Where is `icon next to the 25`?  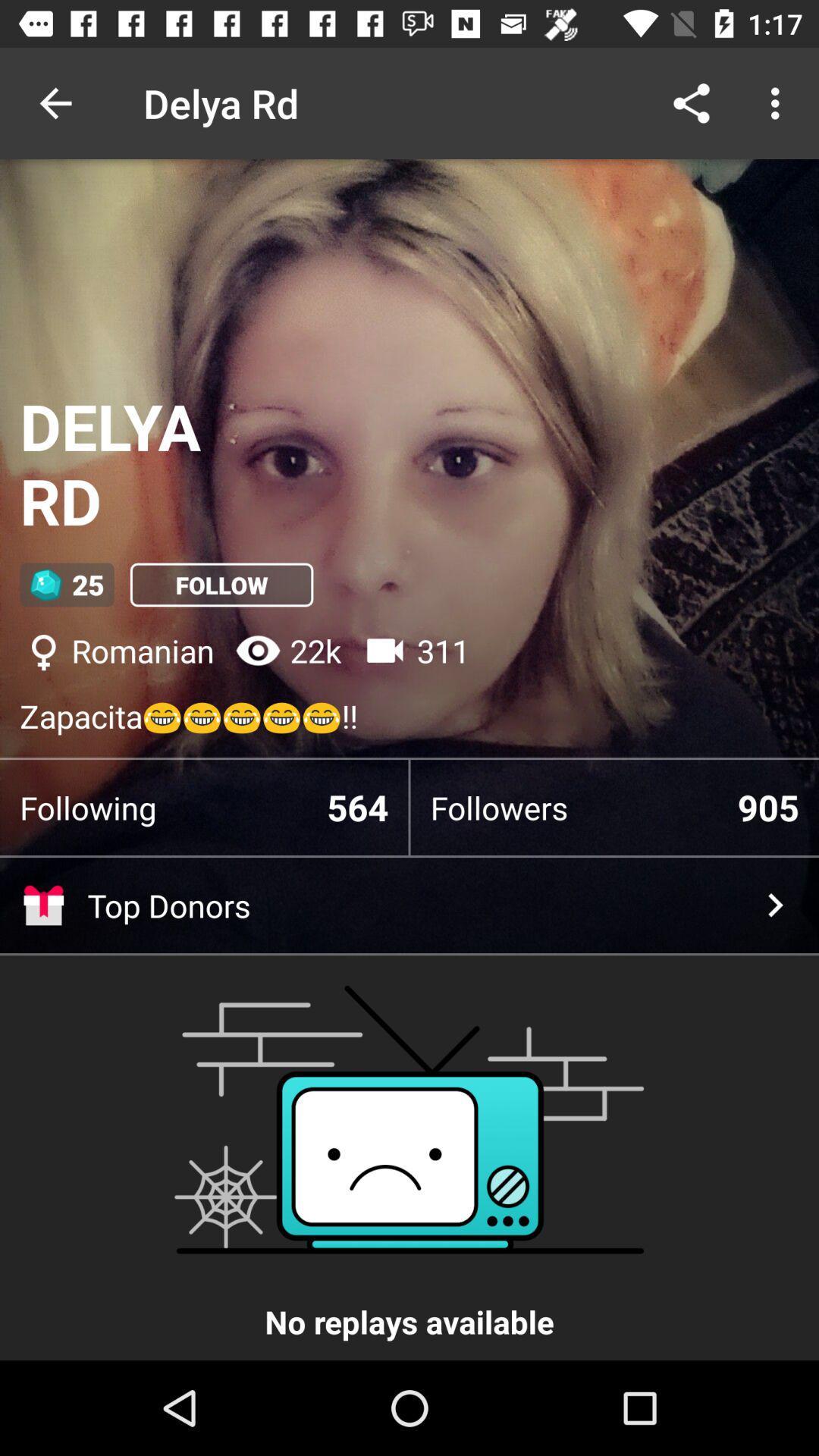 icon next to the 25 is located at coordinates (221, 584).